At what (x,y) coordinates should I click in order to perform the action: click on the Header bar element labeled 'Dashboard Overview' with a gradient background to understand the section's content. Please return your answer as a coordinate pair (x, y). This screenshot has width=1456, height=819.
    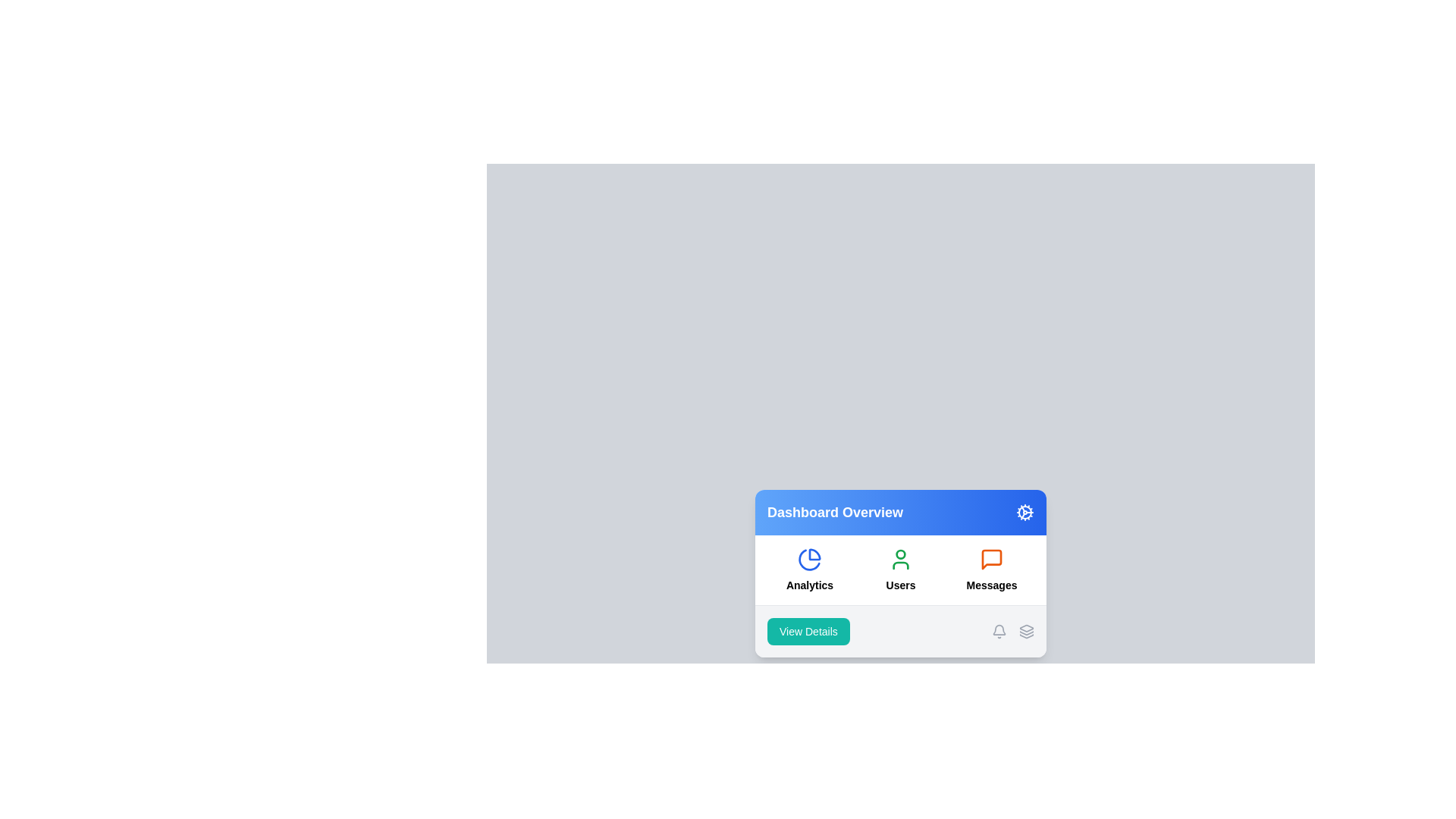
    Looking at the image, I should click on (901, 512).